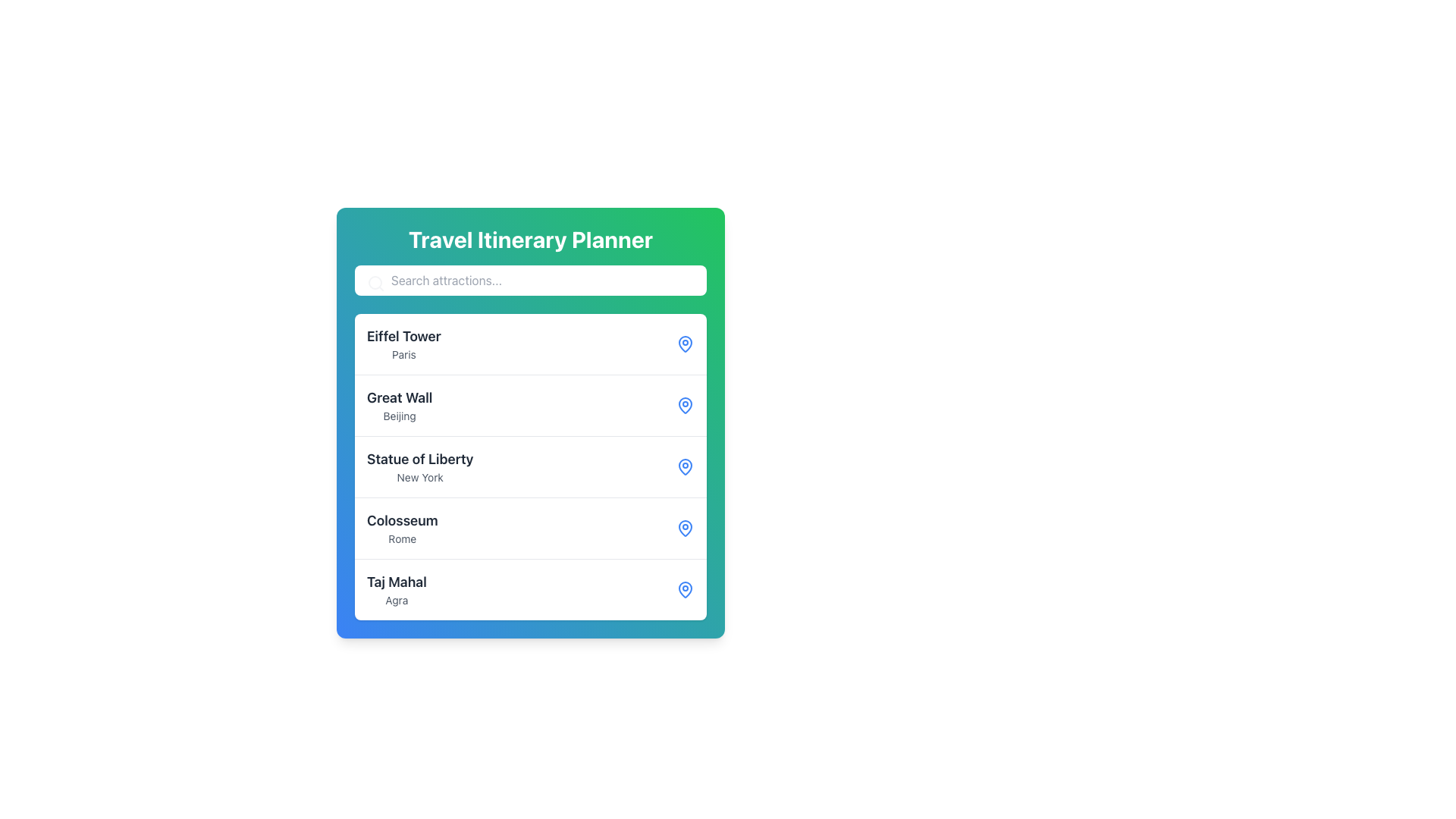 The height and width of the screenshot is (819, 1456). Describe the element at coordinates (402, 528) in the screenshot. I see `the fourth text label` at that location.